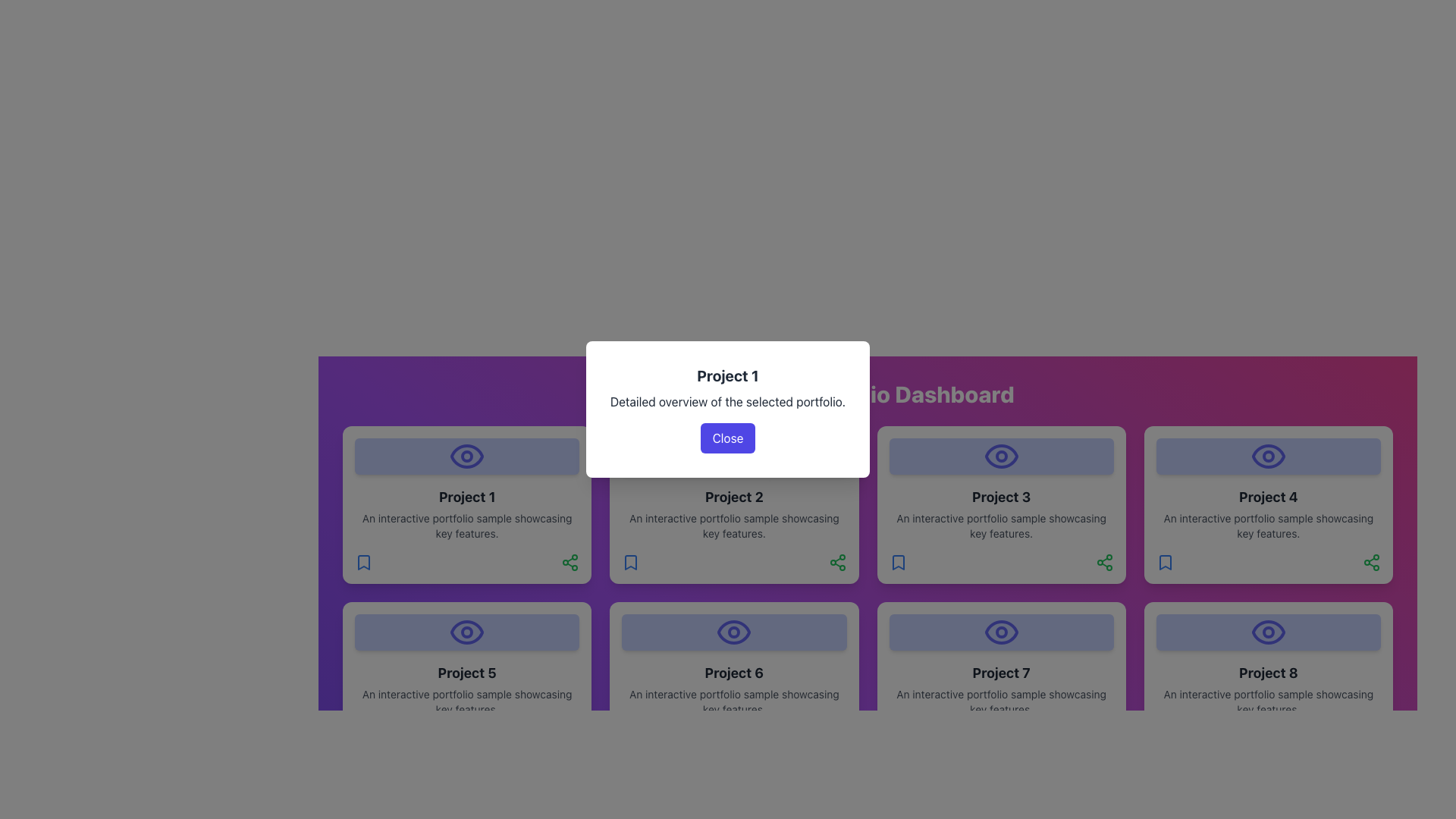 The width and height of the screenshot is (1456, 819). What do you see at coordinates (1268, 632) in the screenshot?
I see `the eye icon button with an indigo background, located in the upper portion of the 'Project 8' card` at bounding box center [1268, 632].